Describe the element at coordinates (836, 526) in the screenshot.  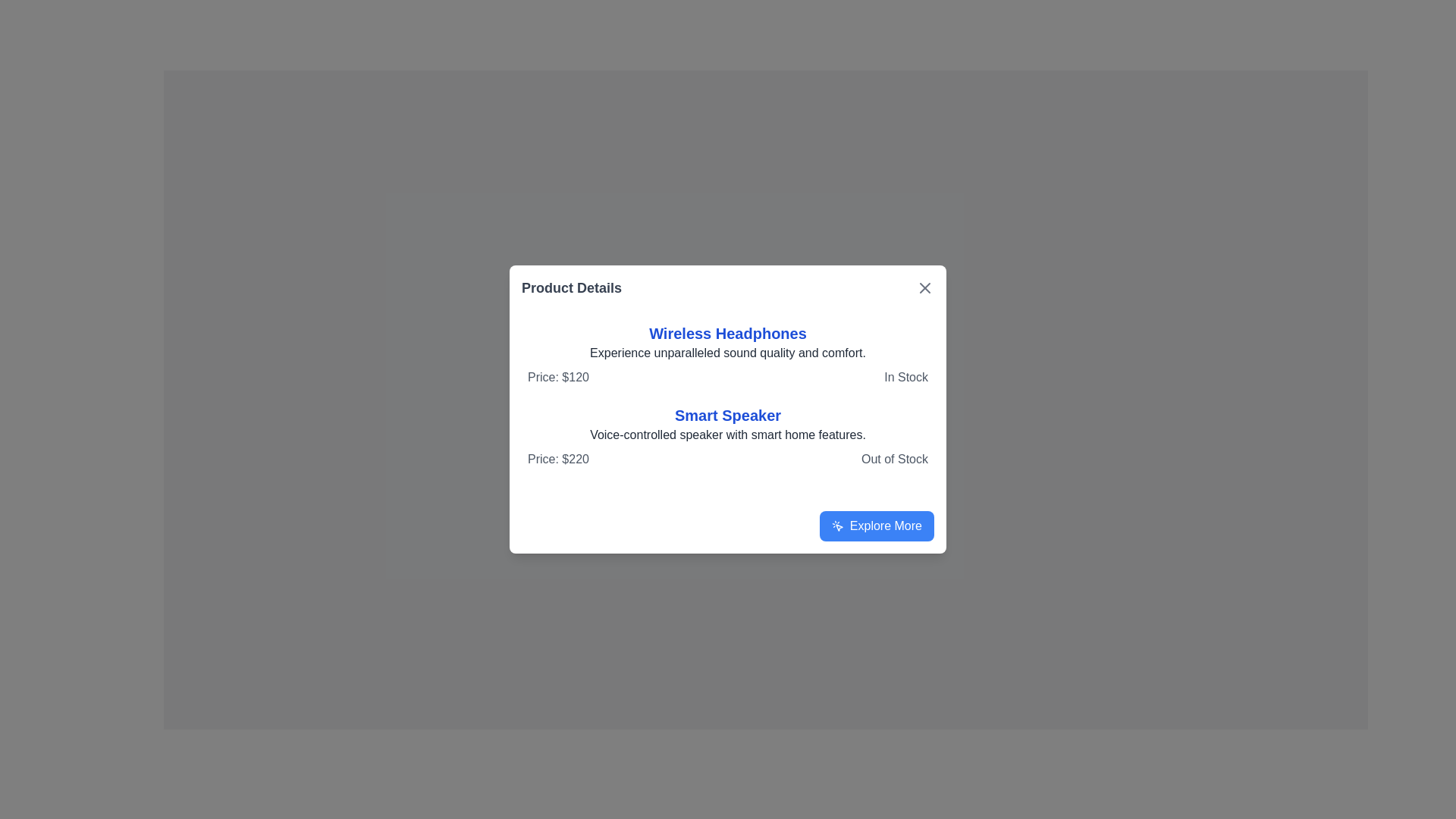
I see `the decorative icon located on the left side of the 'Explore More' button` at that location.